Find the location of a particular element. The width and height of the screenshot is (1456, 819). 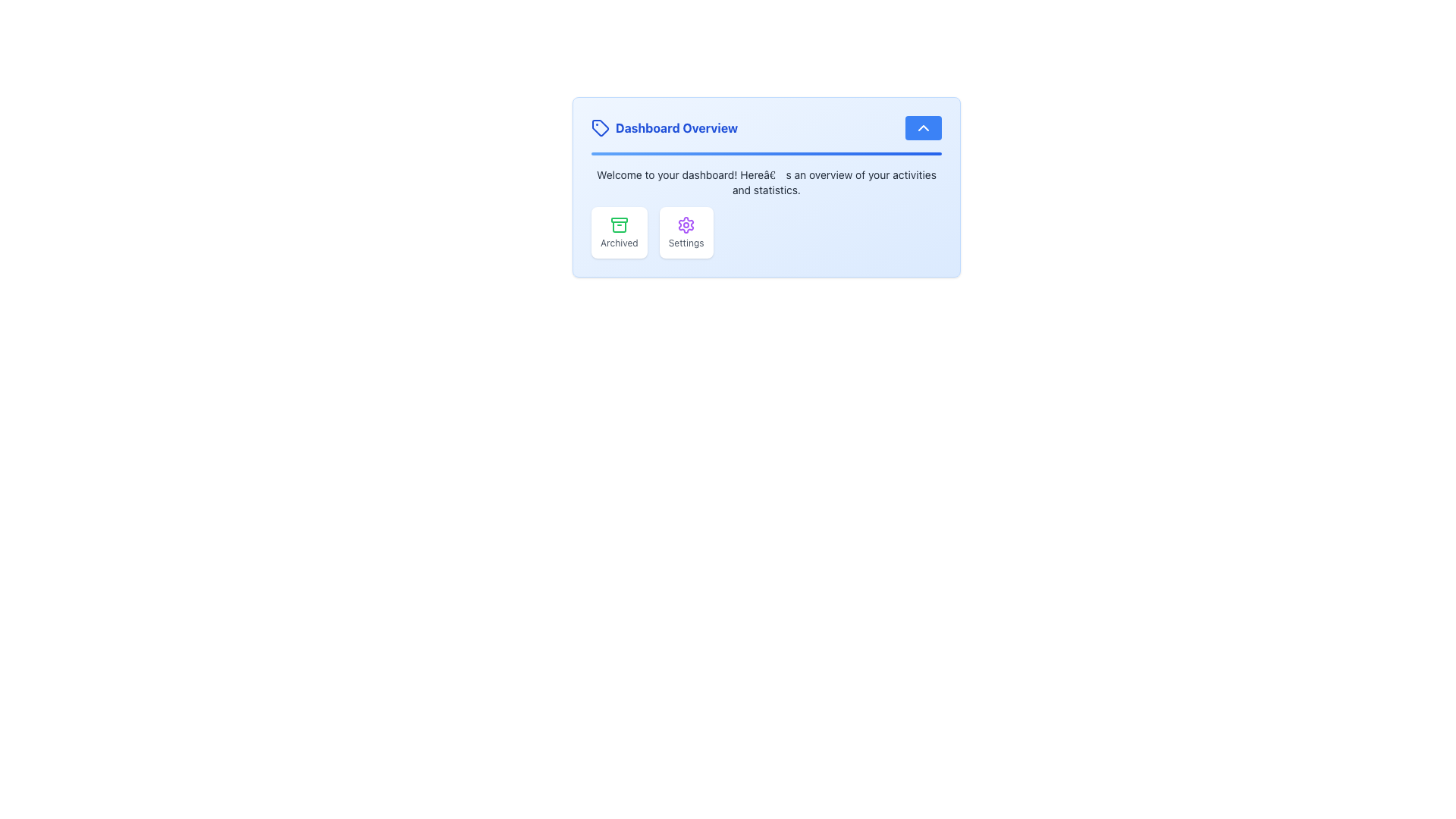

the purple gear icon resembling a mechanical cogwheel located near the 'Settings' button in the 'Dashboard Overview' panel is located at coordinates (686, 225).